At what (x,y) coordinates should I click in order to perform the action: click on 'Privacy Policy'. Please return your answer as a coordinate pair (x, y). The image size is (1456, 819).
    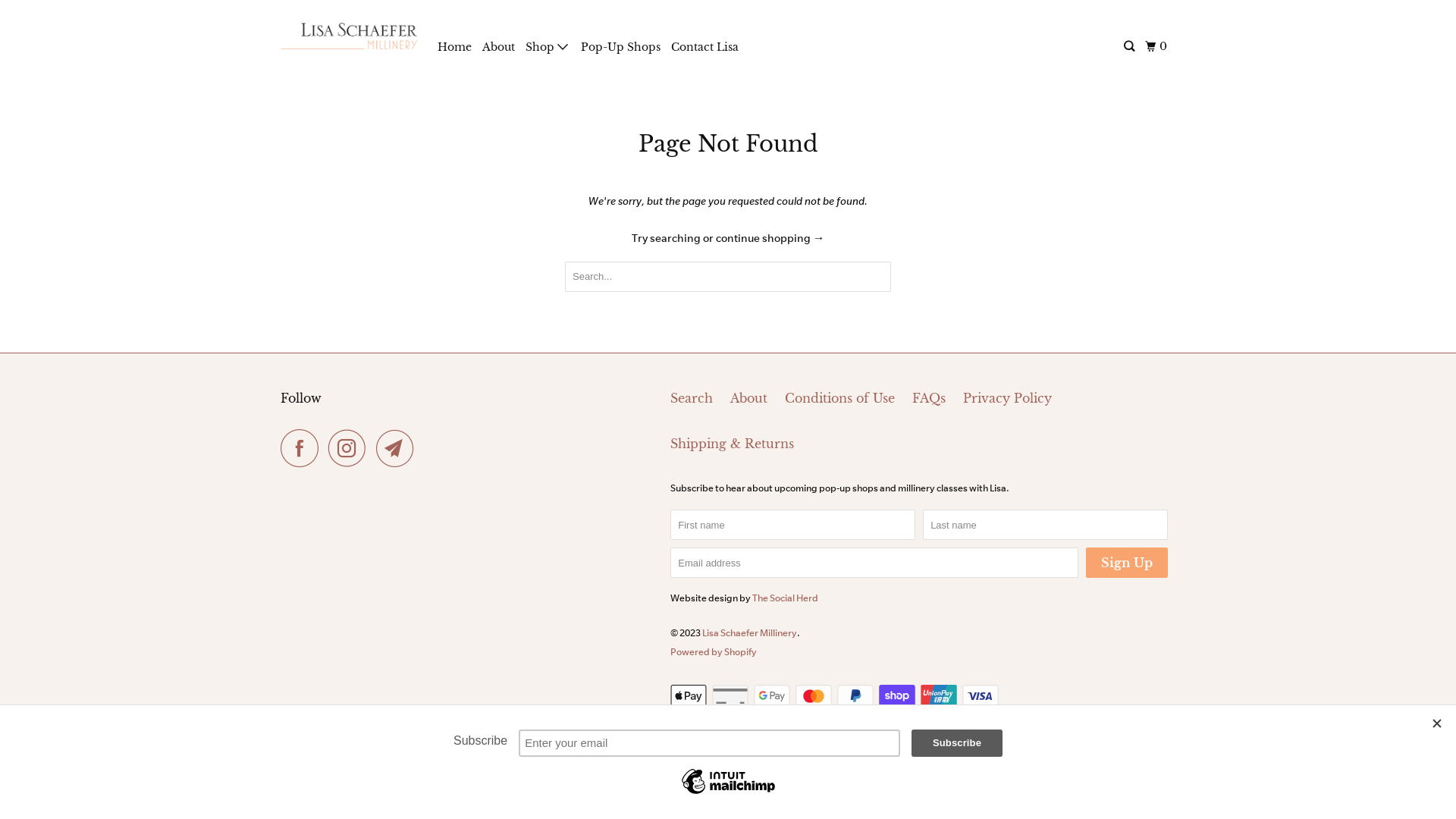
    Looking at the image, I should click on (1007, 397).